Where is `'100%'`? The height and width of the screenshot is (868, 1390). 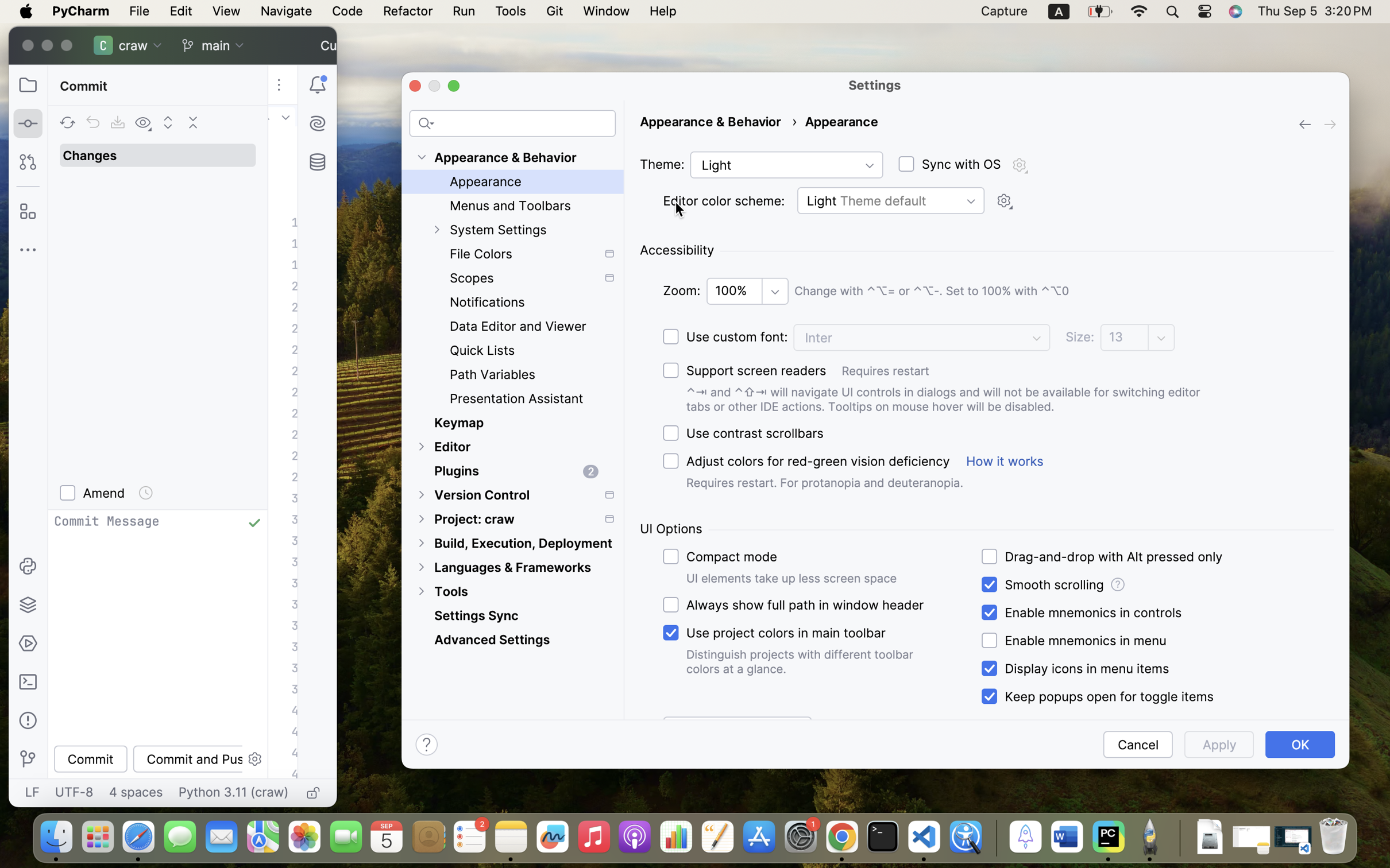 '100%' is located at coordinates (747, 291).